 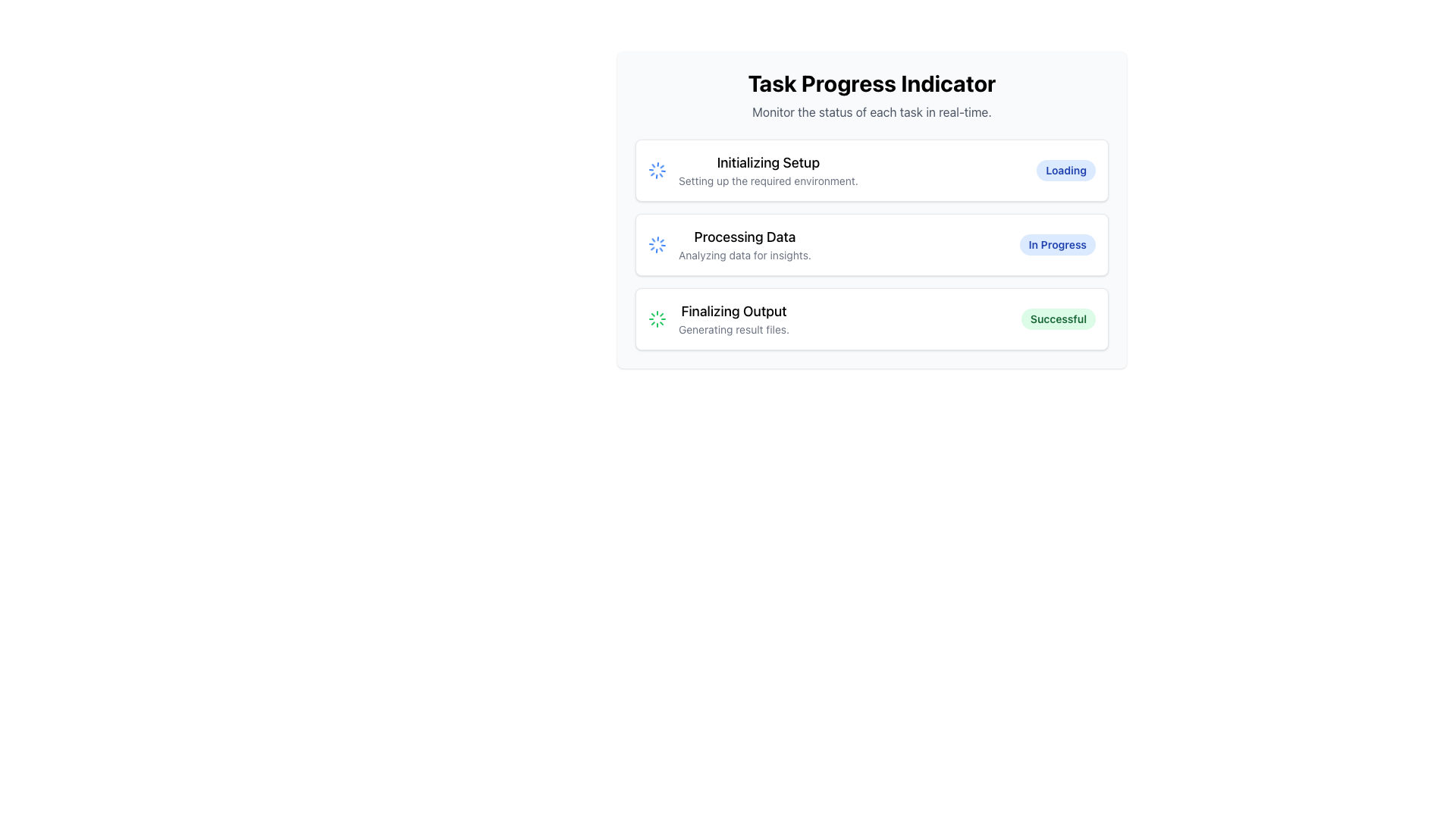 What do you see at coordinates (734, 329) in the screenshot?
I see `text content of the status description label located under the 'Finalizing Output' section, which indicates the task of generating result files` at bounding box center [734, 329].